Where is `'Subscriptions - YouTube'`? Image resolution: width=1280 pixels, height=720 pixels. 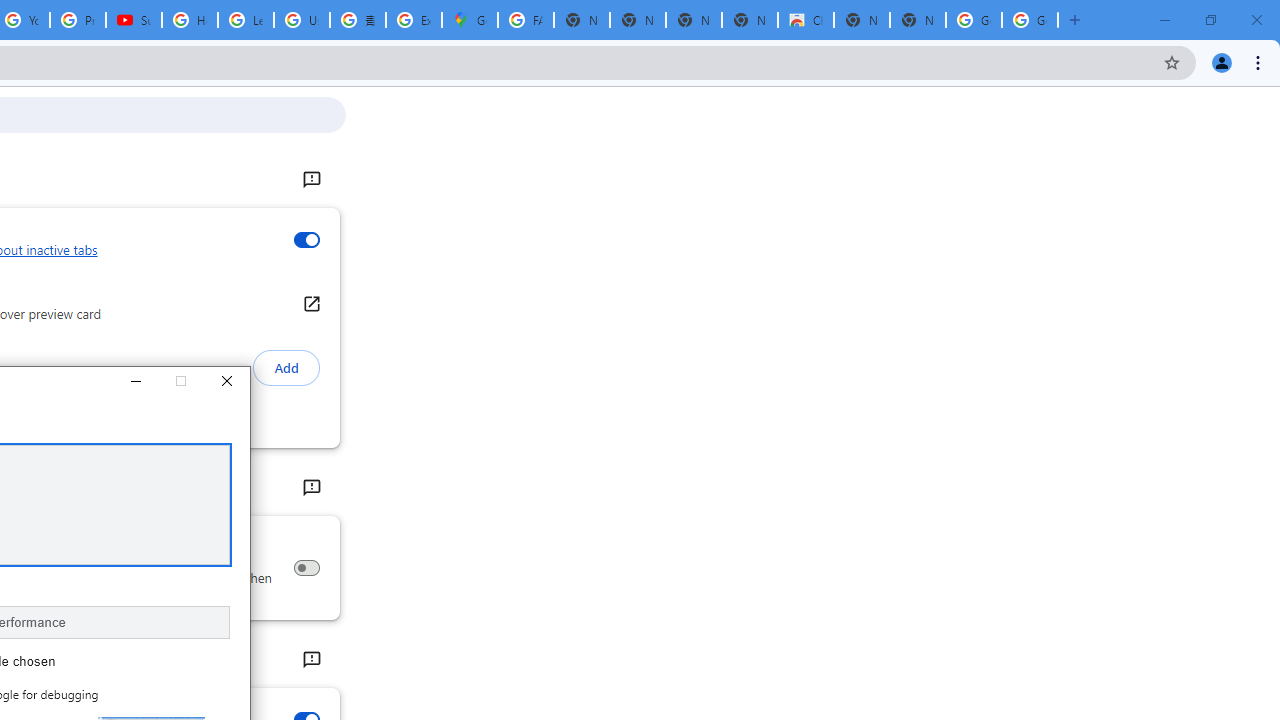
'Subscriptions - YouTube' is located at coordinates (133, 20).